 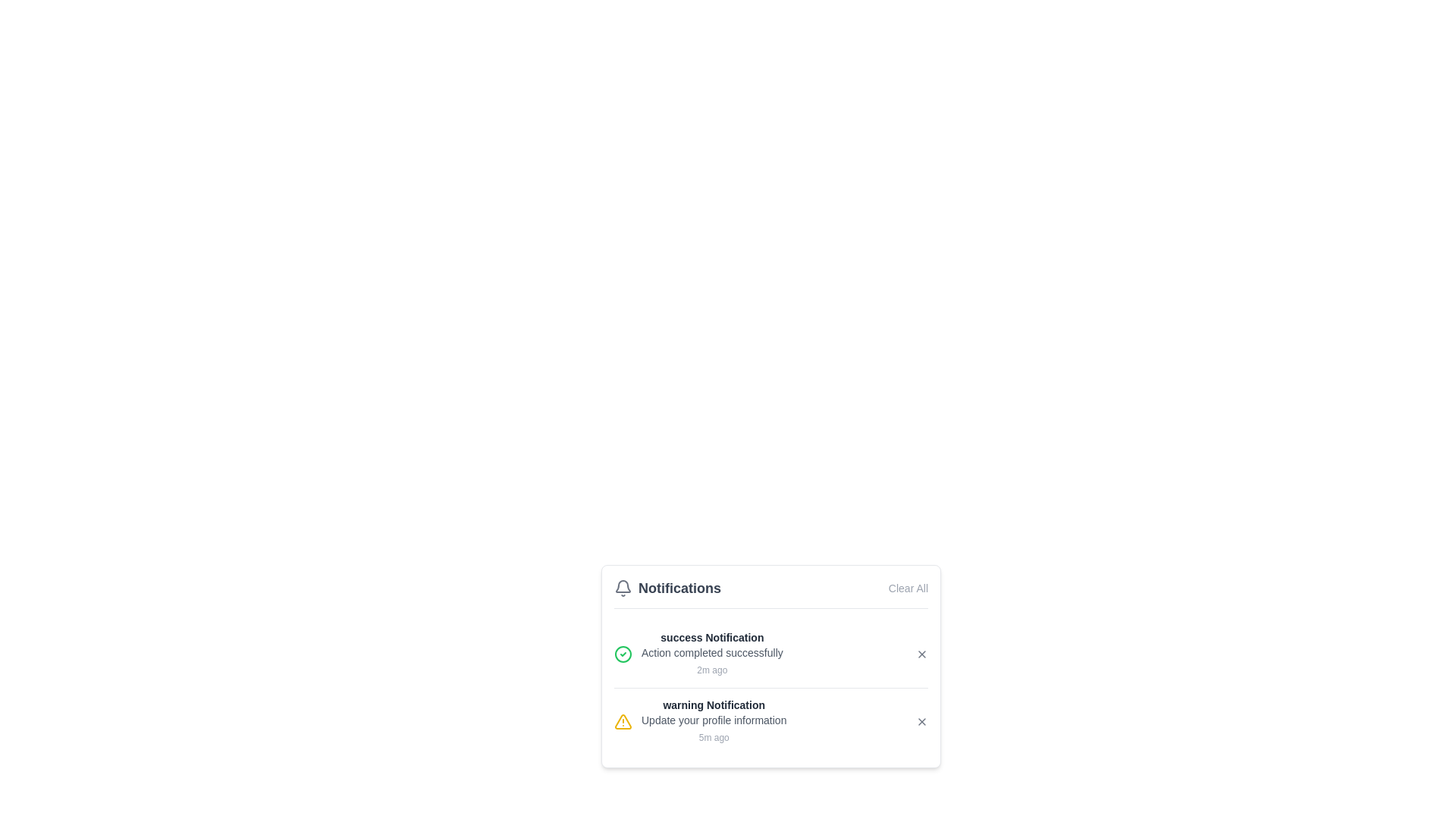 What do you see at coordinates (908, 587) in the screenshot?
I see `the 'Clear All' button located in the top right corner of the notifications header bar to clear all notifications` at bounding box center [908, 587].